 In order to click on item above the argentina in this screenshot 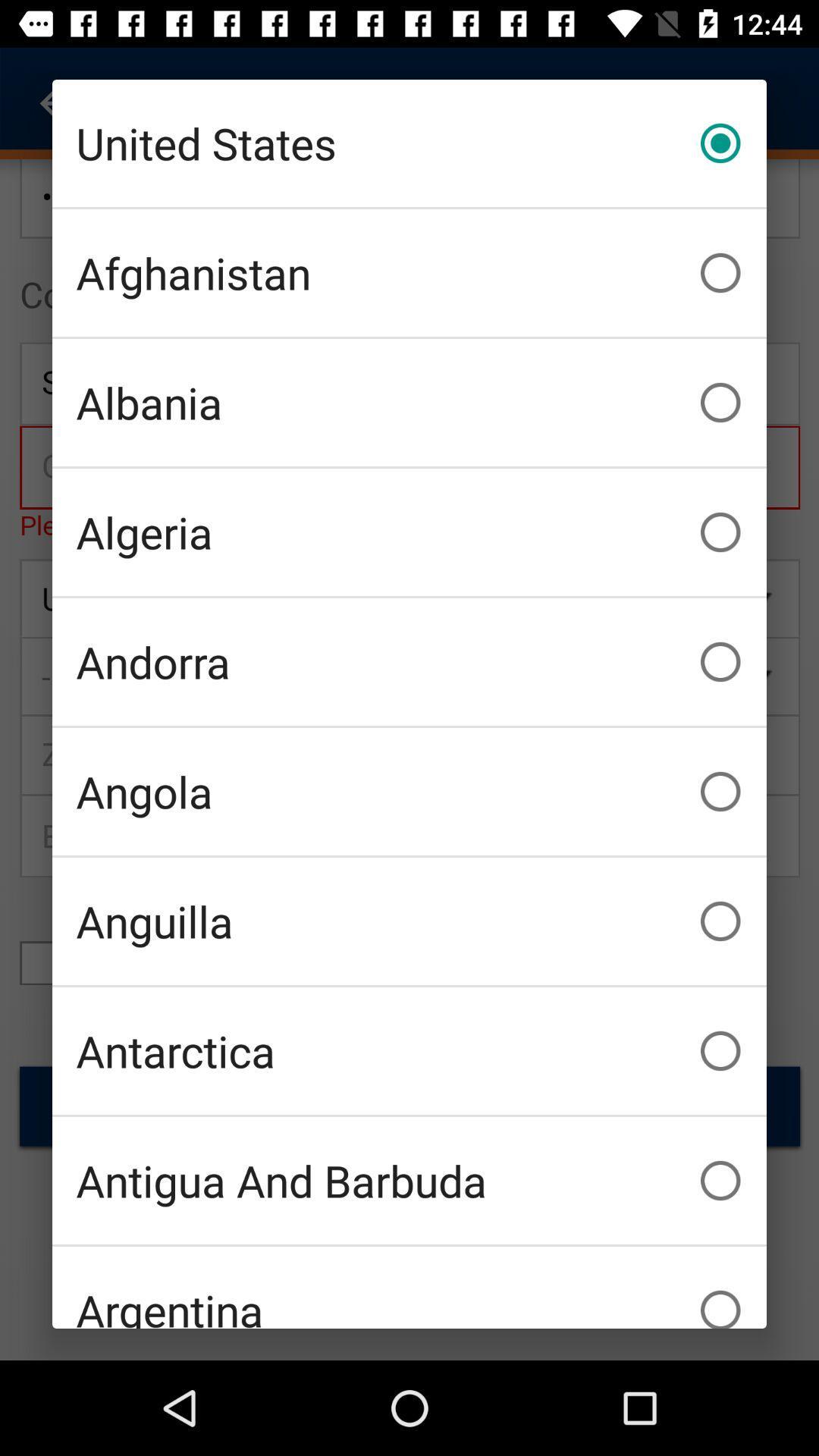, I will do `click(409, 1179)`.